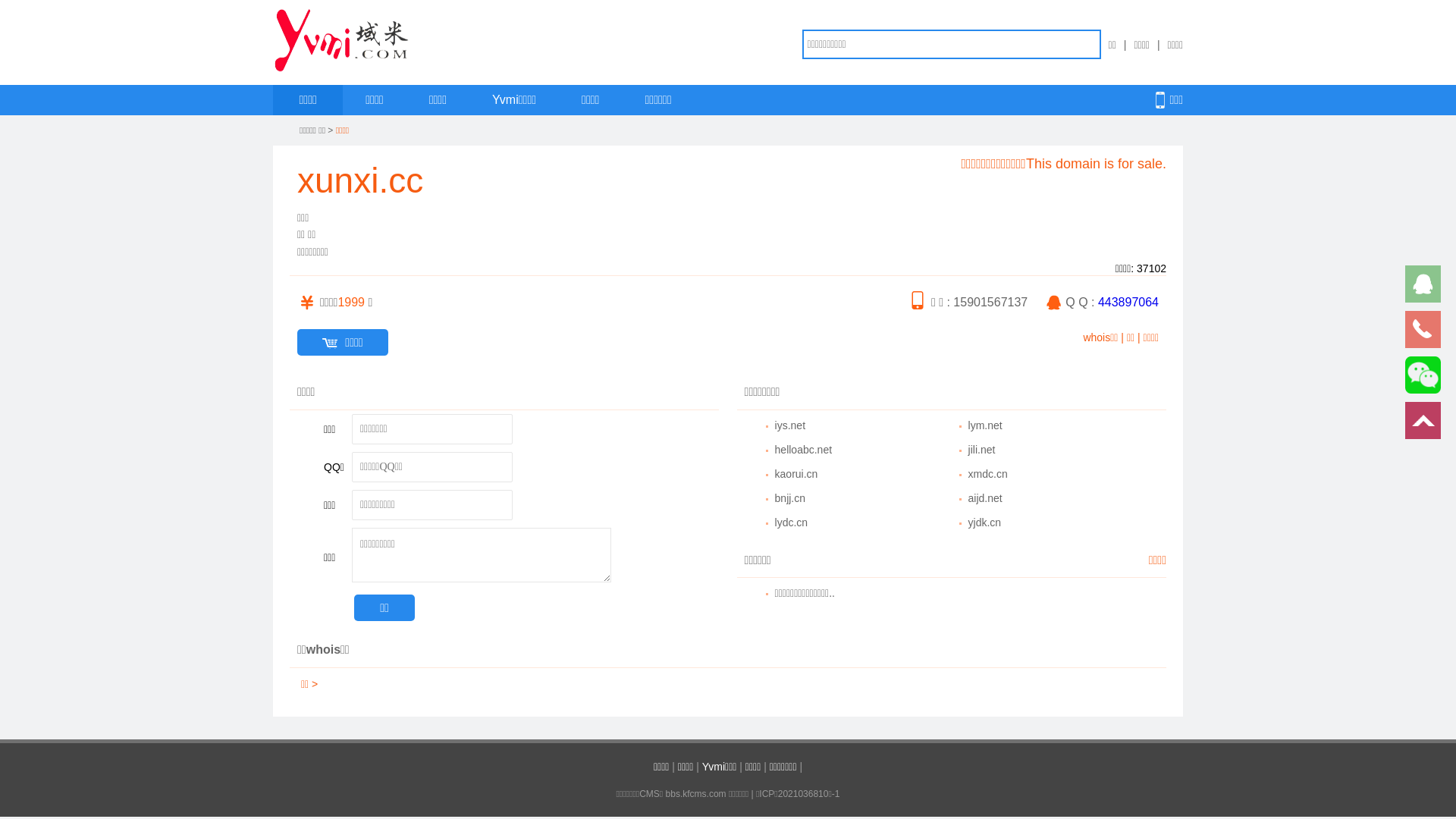 This screenshot has height=819, width=1456. I want to click on 'xmdc.cn', so click(987, 472).